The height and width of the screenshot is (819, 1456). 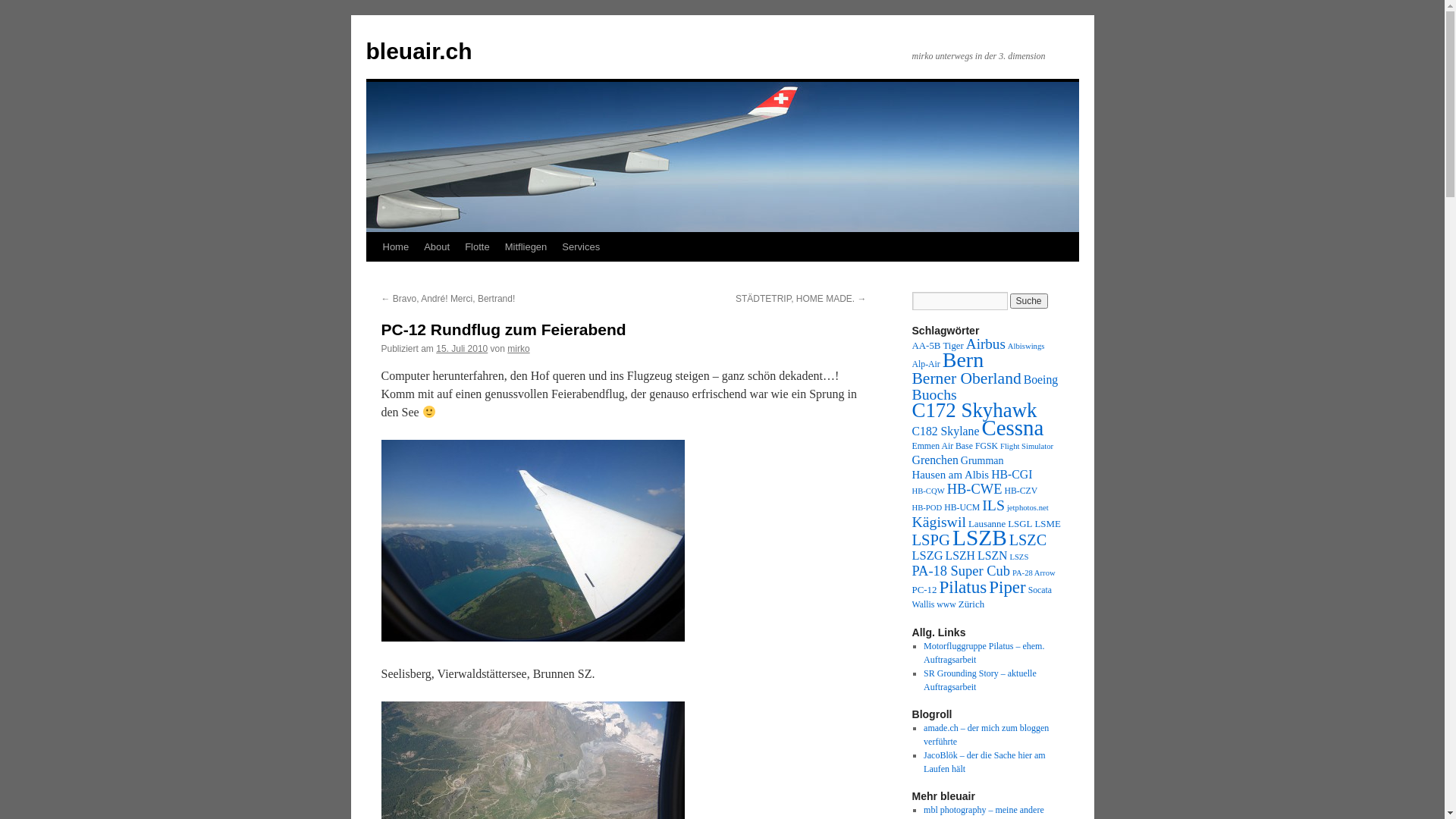 I want to click on 'LSZG', so click(x=926, y=555).